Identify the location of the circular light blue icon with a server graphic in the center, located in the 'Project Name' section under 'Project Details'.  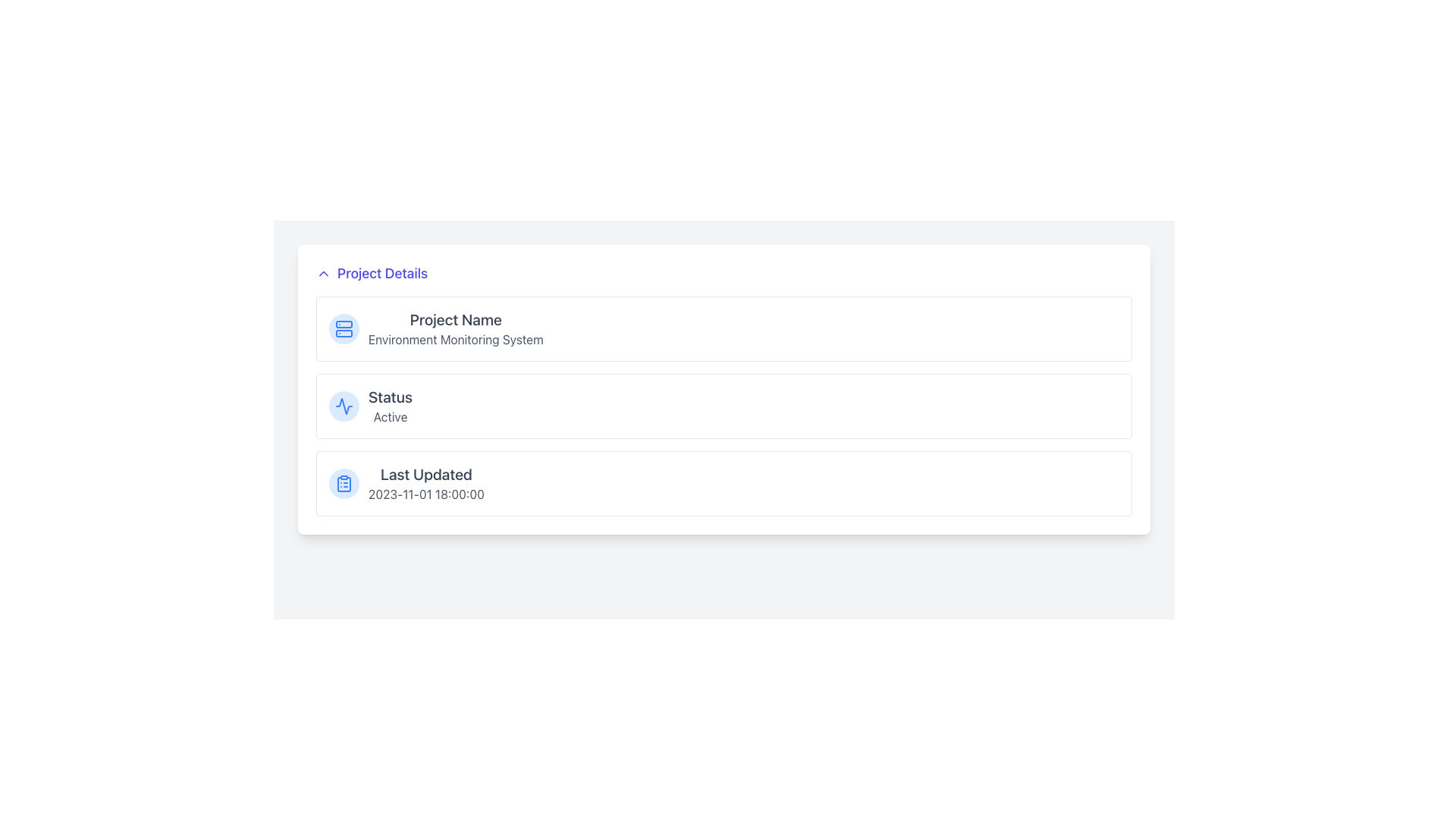
(344, 328).